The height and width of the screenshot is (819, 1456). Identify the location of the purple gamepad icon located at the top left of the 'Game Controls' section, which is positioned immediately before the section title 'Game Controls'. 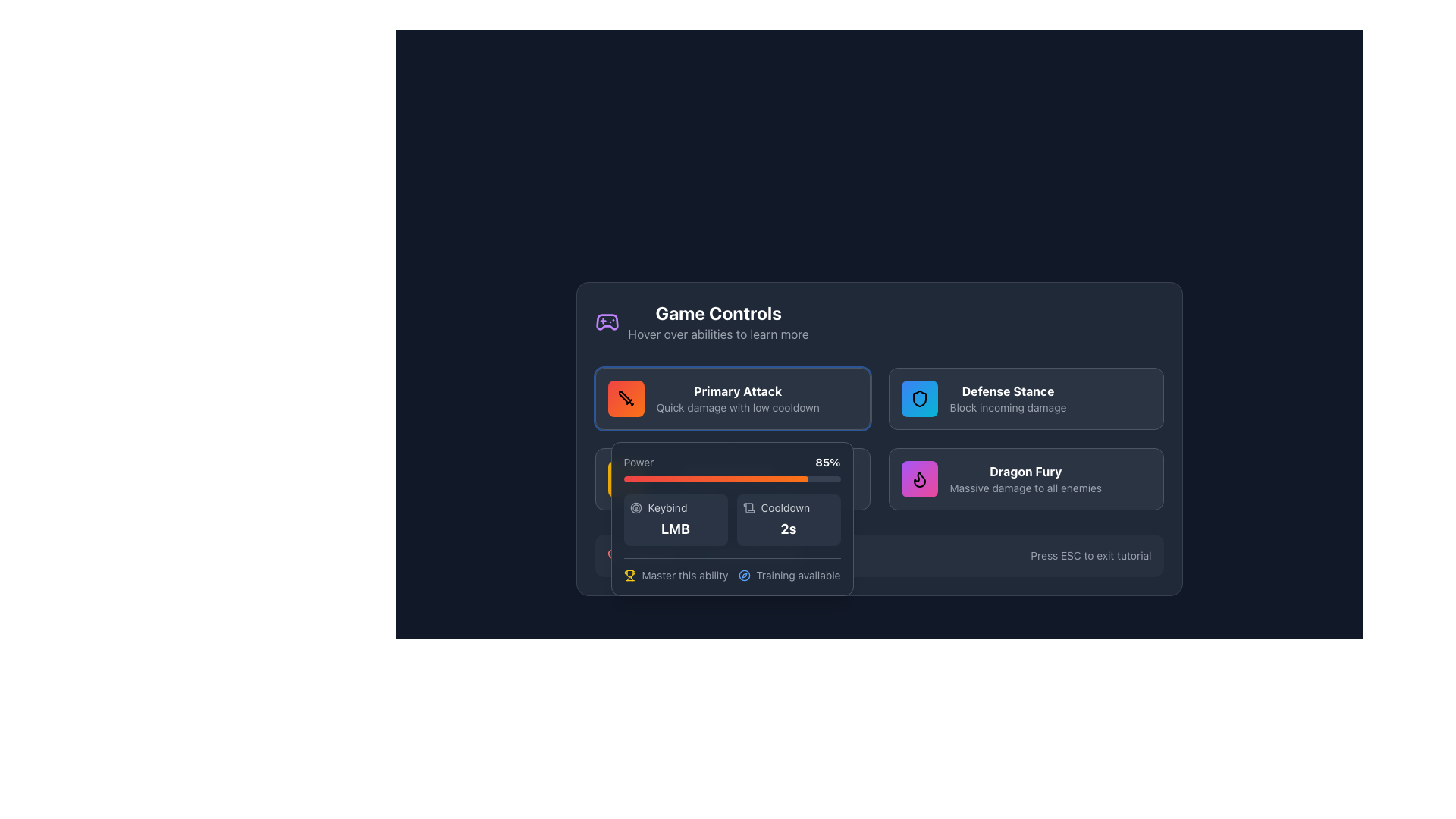
(607, 321).